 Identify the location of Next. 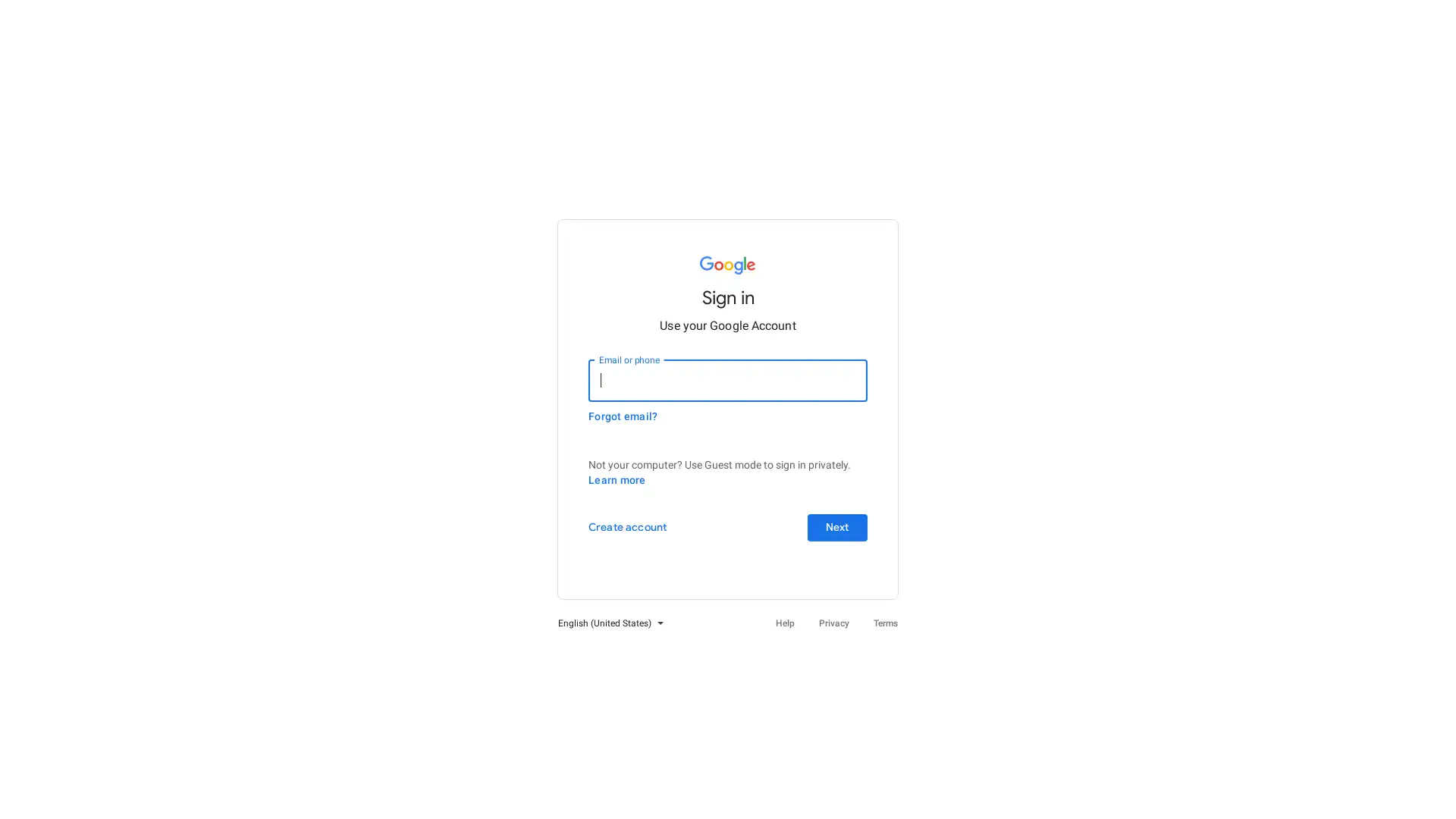
(836, 526).